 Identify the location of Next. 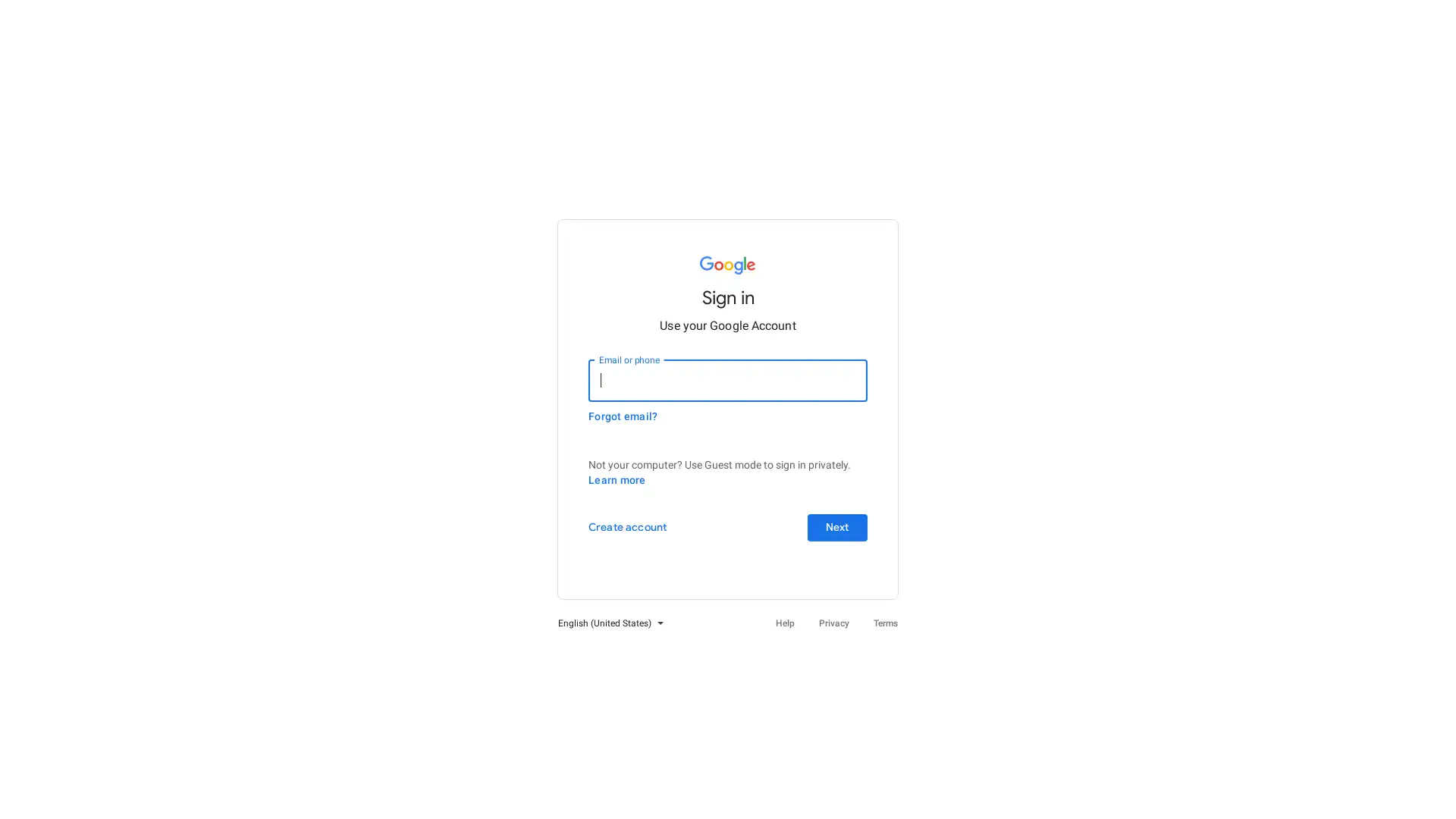
(836, 526).